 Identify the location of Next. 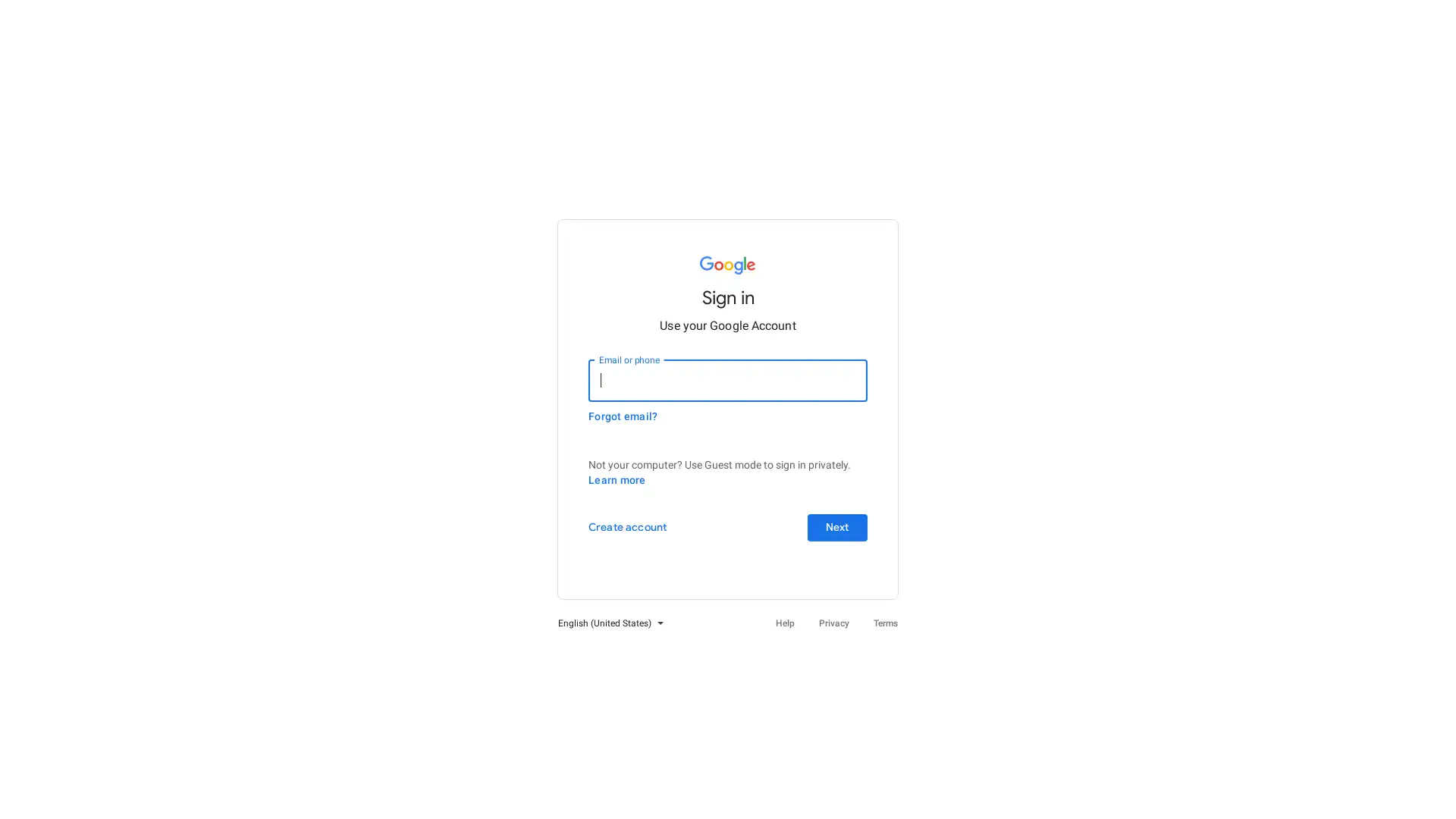
(836, 526).